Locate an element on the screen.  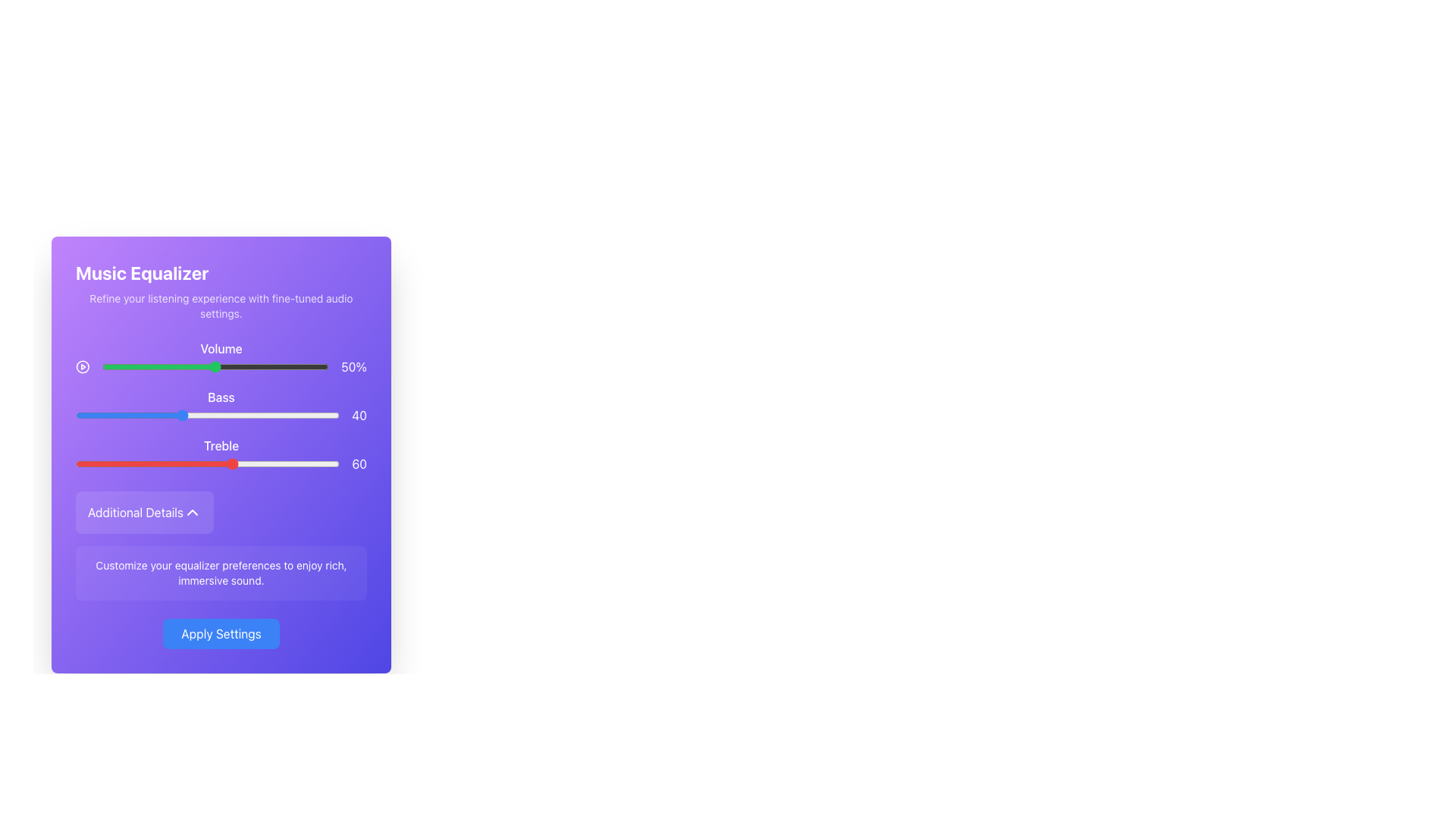
Bass level is located at coordinates (325, 415).